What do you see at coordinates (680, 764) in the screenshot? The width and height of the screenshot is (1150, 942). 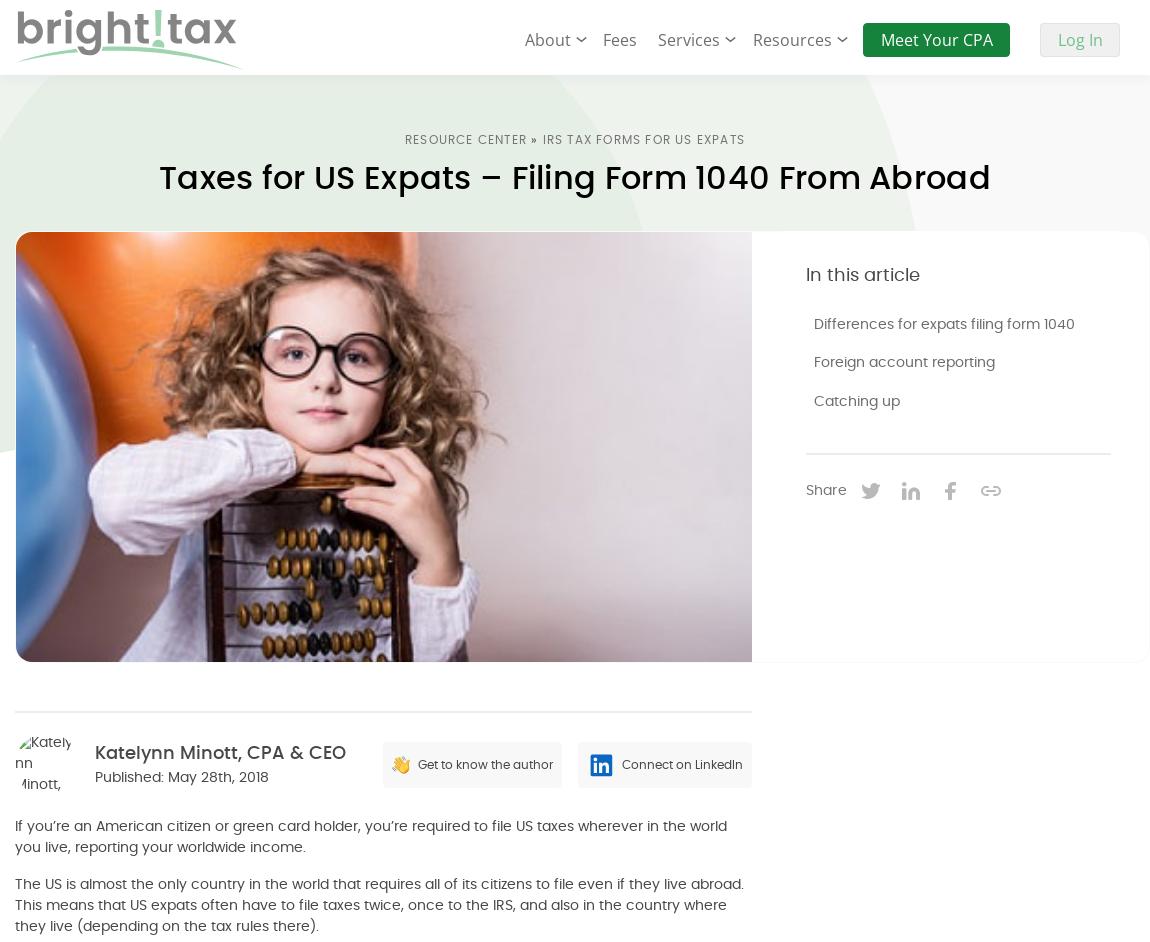 I see `'Connect on LinkedIn'` at bounding box center [680, 764].